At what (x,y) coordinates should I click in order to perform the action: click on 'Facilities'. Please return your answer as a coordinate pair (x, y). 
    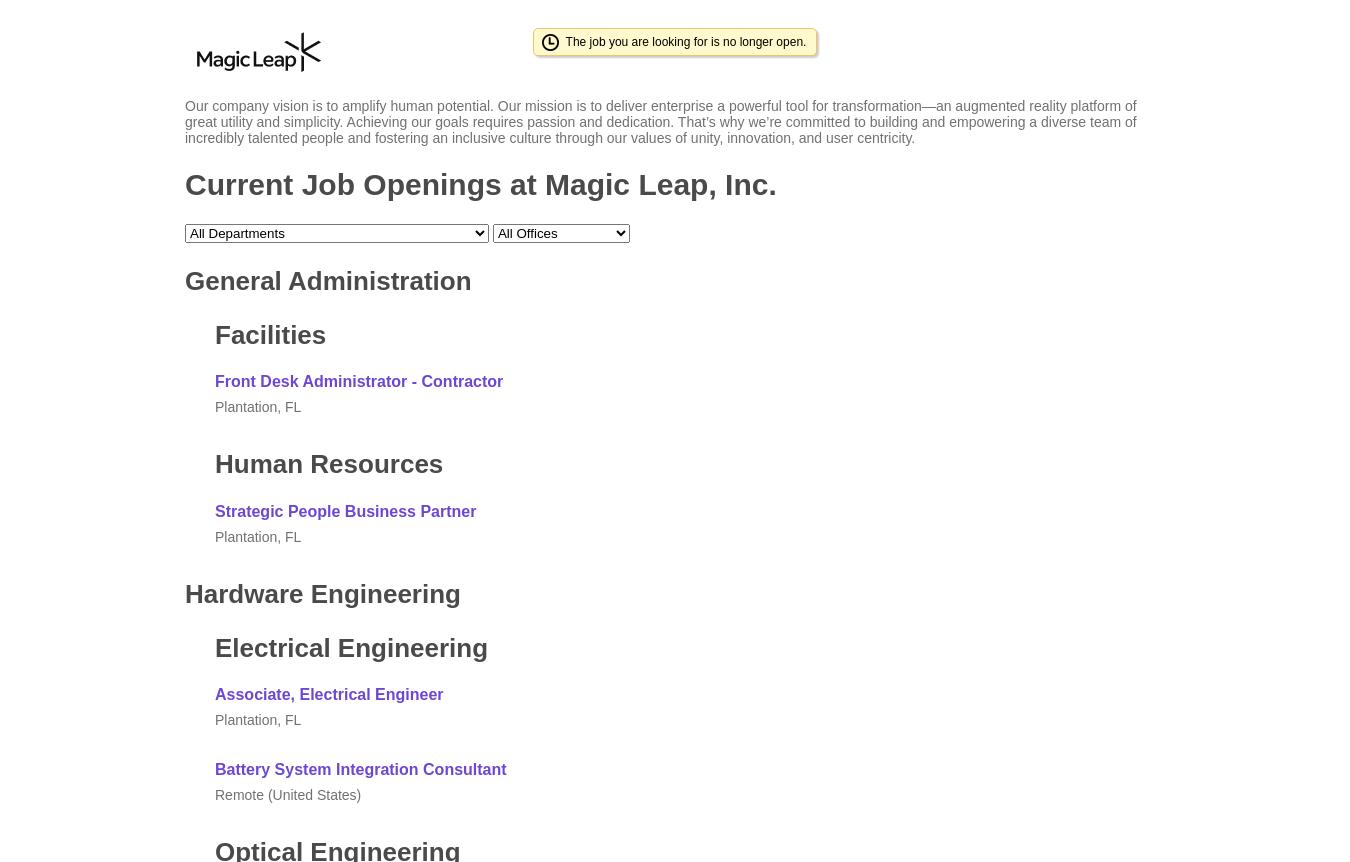
    Looking at the image, I should click on (269, 334).